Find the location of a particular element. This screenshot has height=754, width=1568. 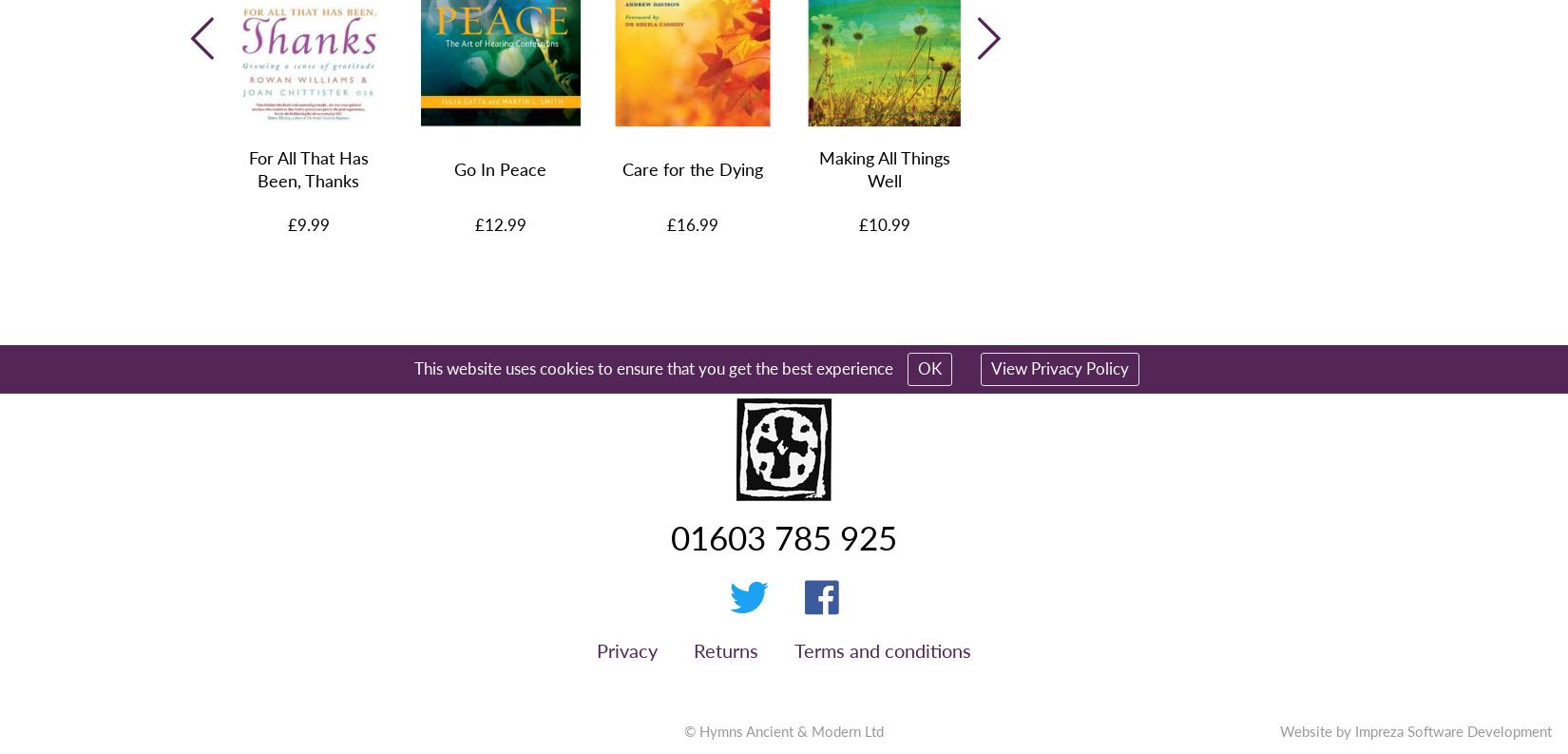

'View Privacy Policy' is located at coordinates (1060, 366).